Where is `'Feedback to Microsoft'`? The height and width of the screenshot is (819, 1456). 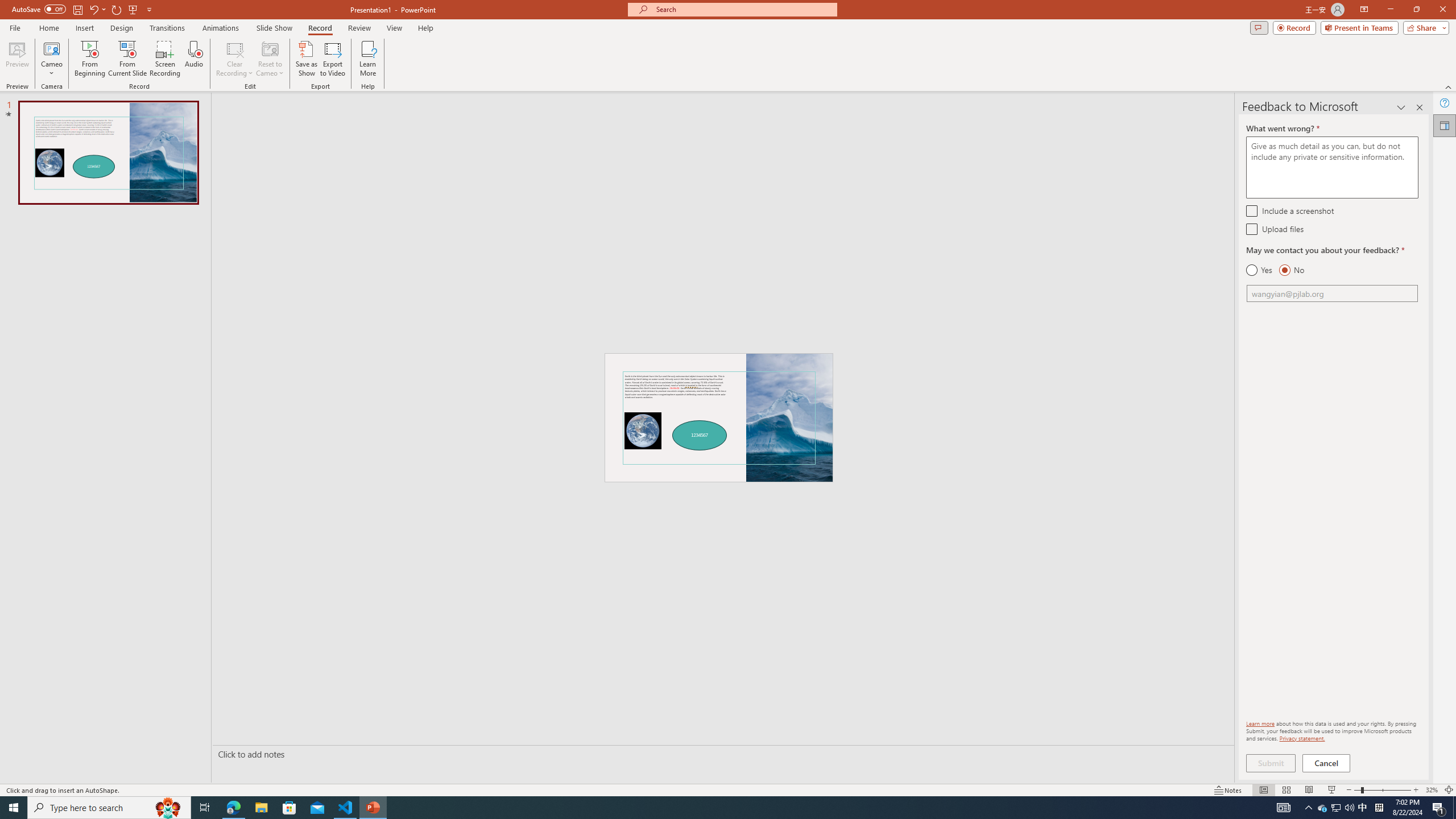 'Feedback to Microsoft' is located at coordinates (1444, 126).